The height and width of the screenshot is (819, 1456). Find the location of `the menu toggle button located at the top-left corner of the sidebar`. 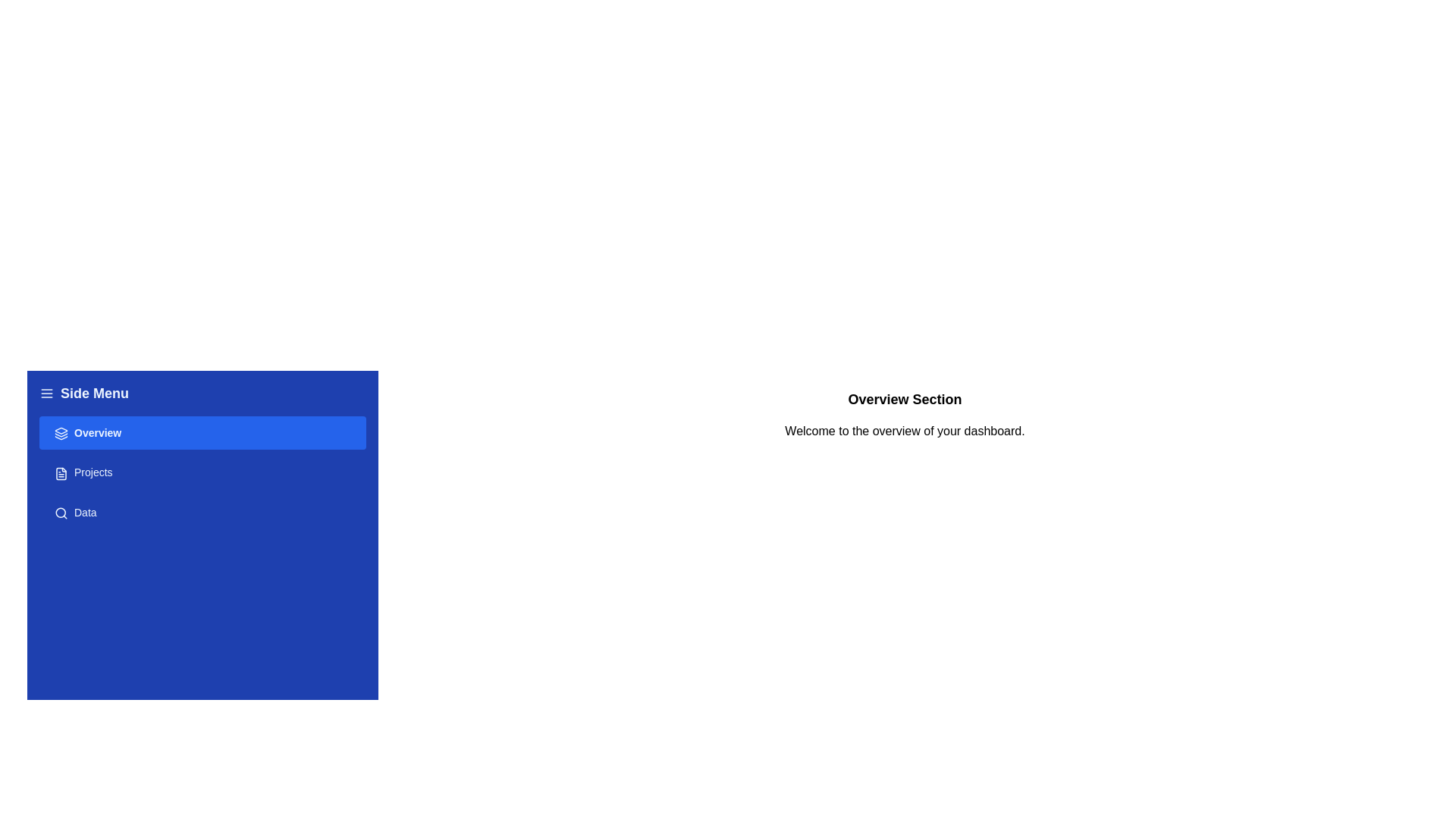

the menu toggle button located at the top-left corner of the sidebar is located at coordinates (47, 393).